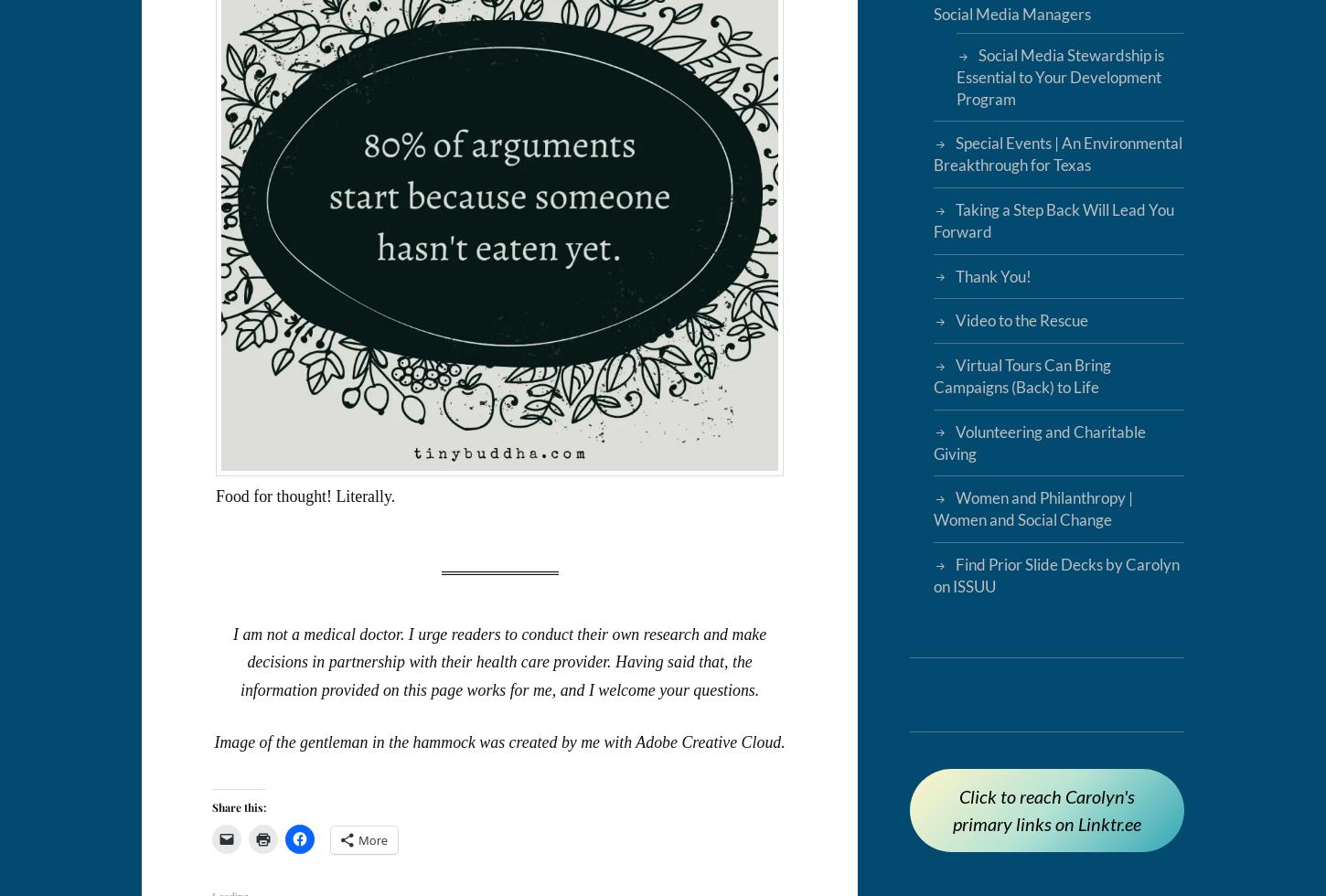 The height and width of the screenshot is (896, 1326). Describe the element at coordinates (1054, 574) in the screenshot. I see `'Find Prior Slide Decks by Carolyn on ISSUU'` at that location.